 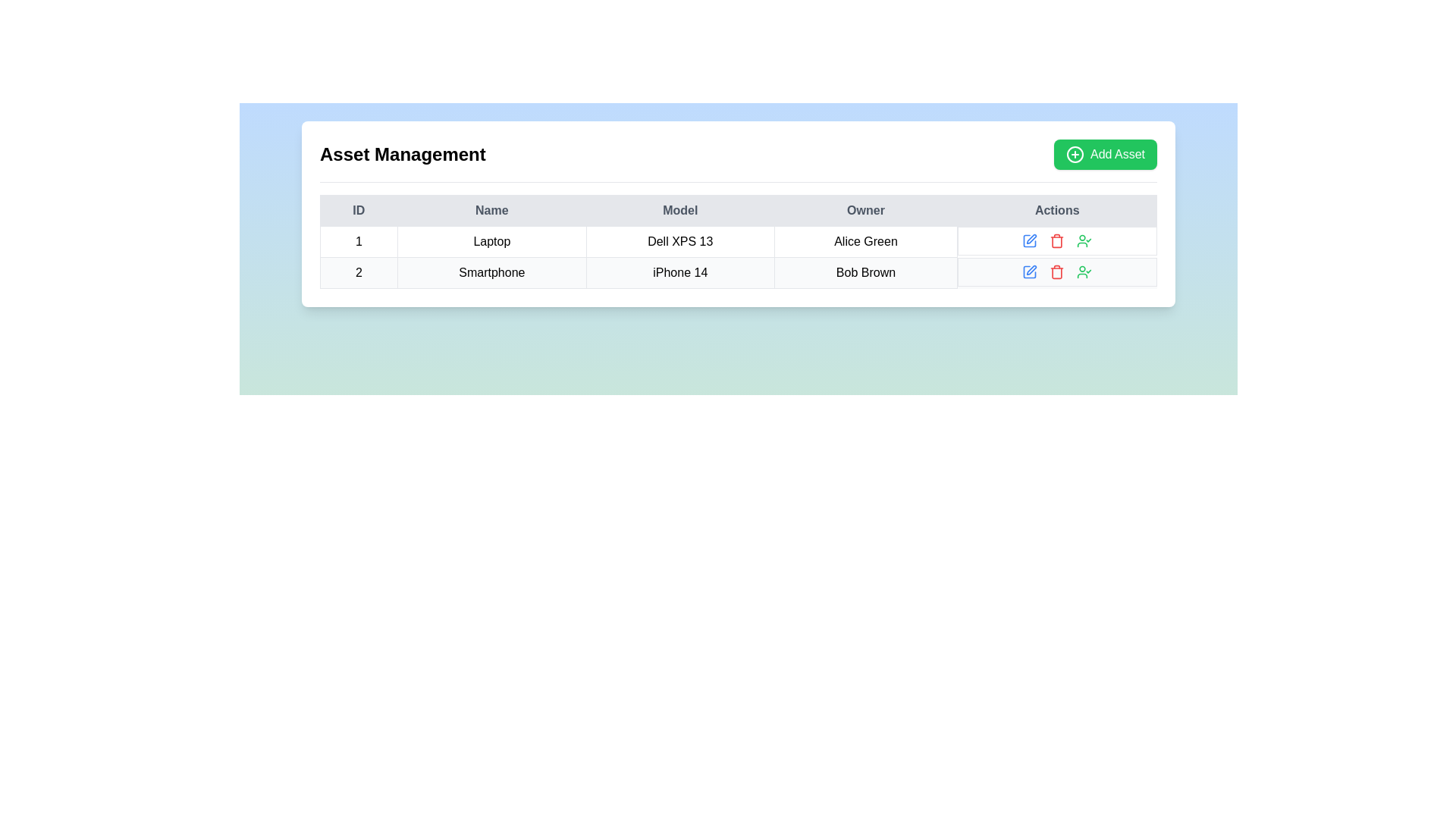 I want to click on the red trash icon in the second row of the 'Actions' column to initiate the delete action, so click(x=1056, y=240).